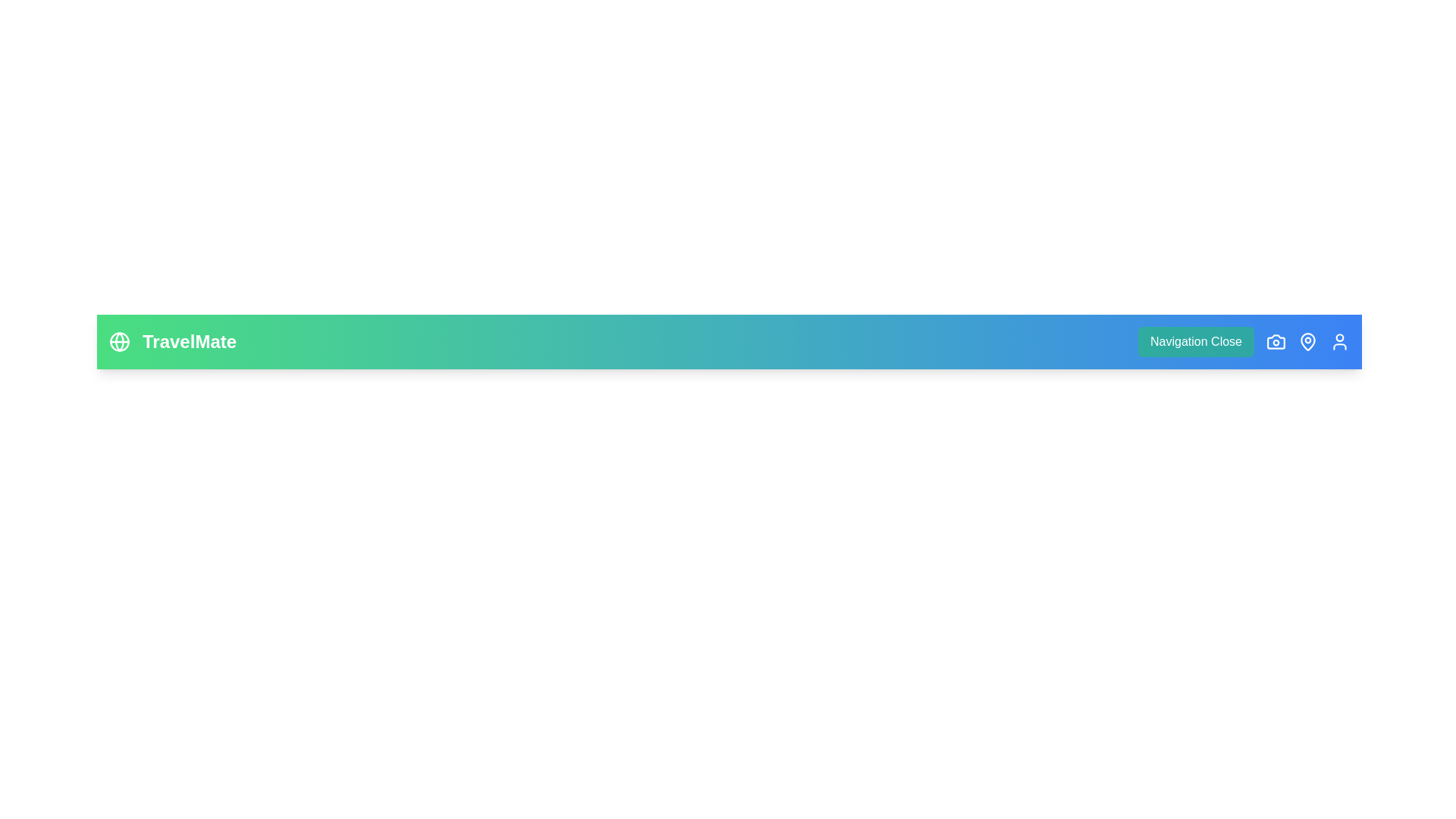  Describe the element at coordinates (1307, 342) in the screenshot. I see `the MapPin icon to observe its hover effect` at that location.